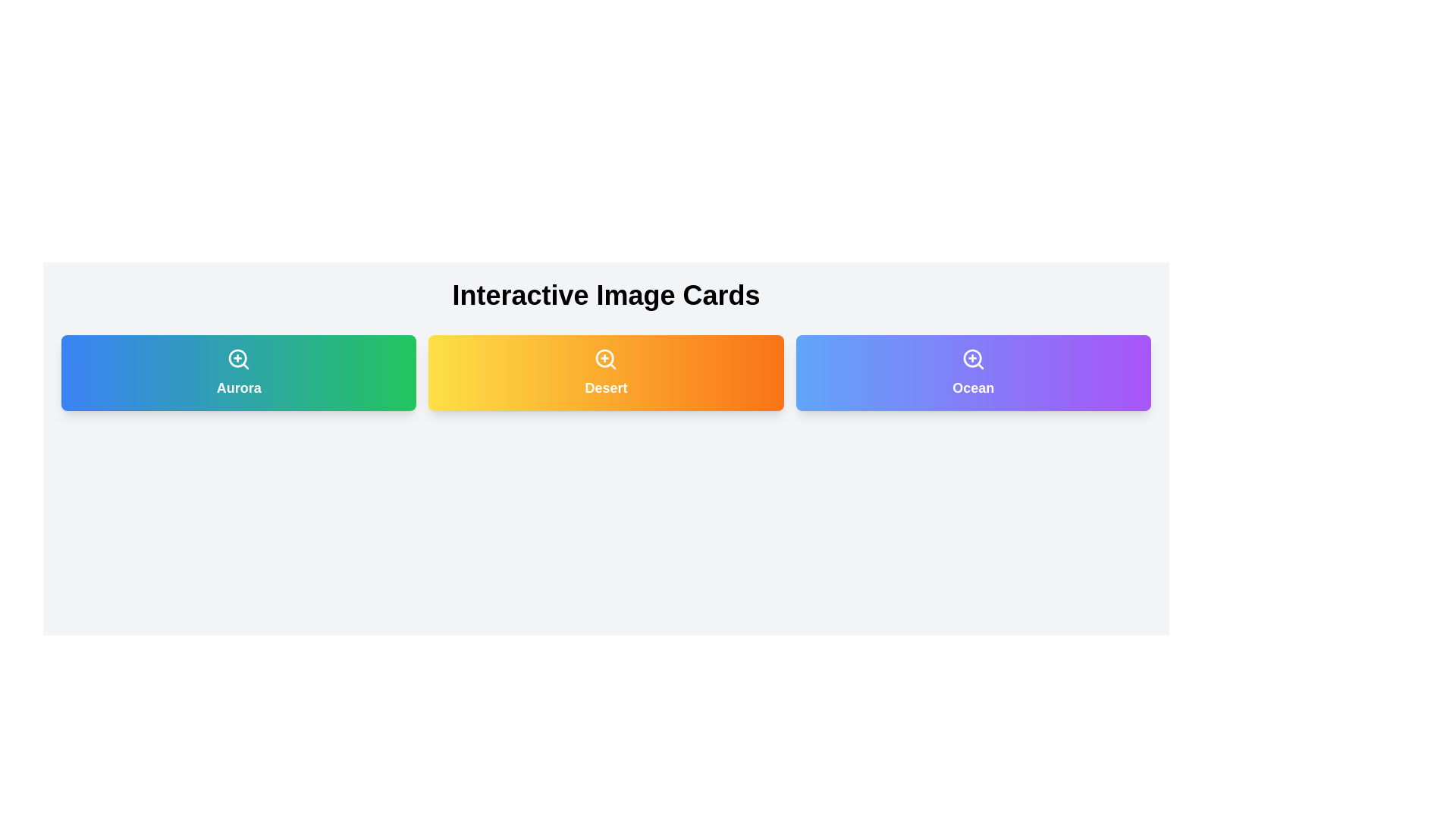 This screenshot has height=819, width=1456. Describe the element at coordinates (973, 359) in the screenshot. I see `the magnifying glass icon with a plus symbol in the center, which is located on the gradient purple rectangular card labeled 'Ocean'` at that location.